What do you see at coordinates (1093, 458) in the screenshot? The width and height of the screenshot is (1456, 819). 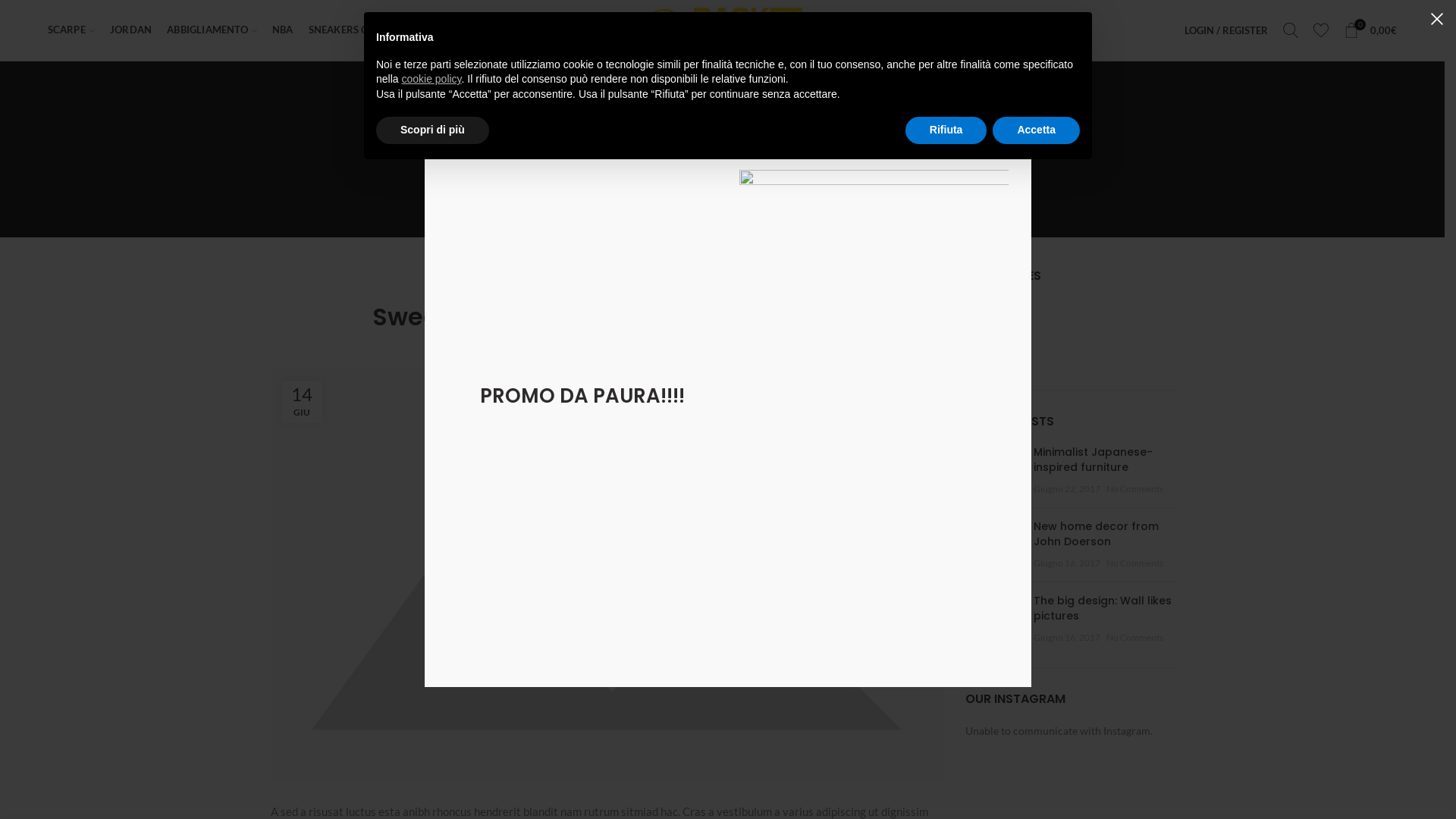 I see `'Minimalist Japanese-inspired furniture'` at bounding box center [1093, 458].